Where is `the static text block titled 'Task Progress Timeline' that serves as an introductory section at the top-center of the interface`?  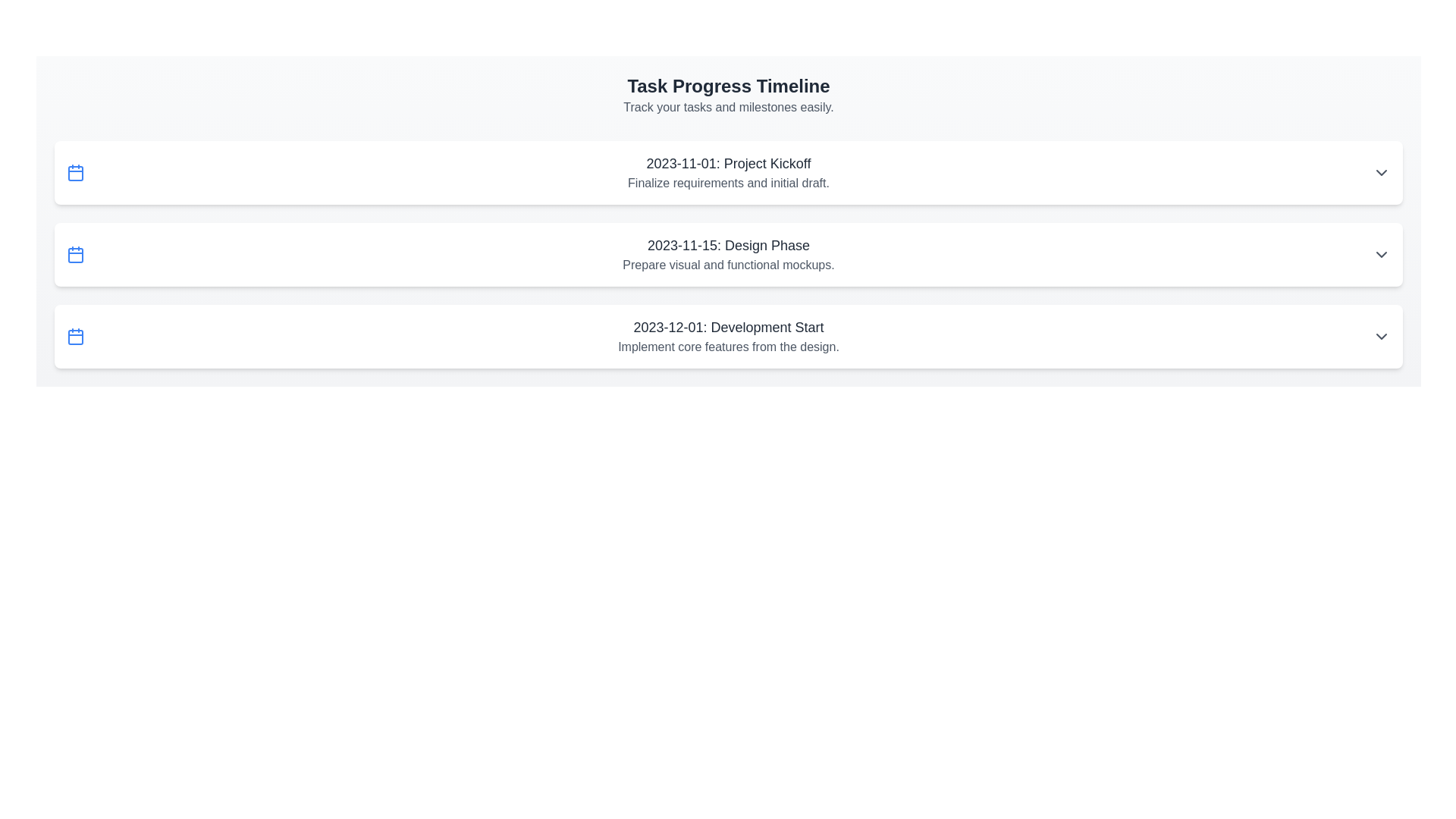 the static text block titled 'Task Progress Timeline' that serves as an introductory section at the top-center of the interface is located at coordinates (728, 96).